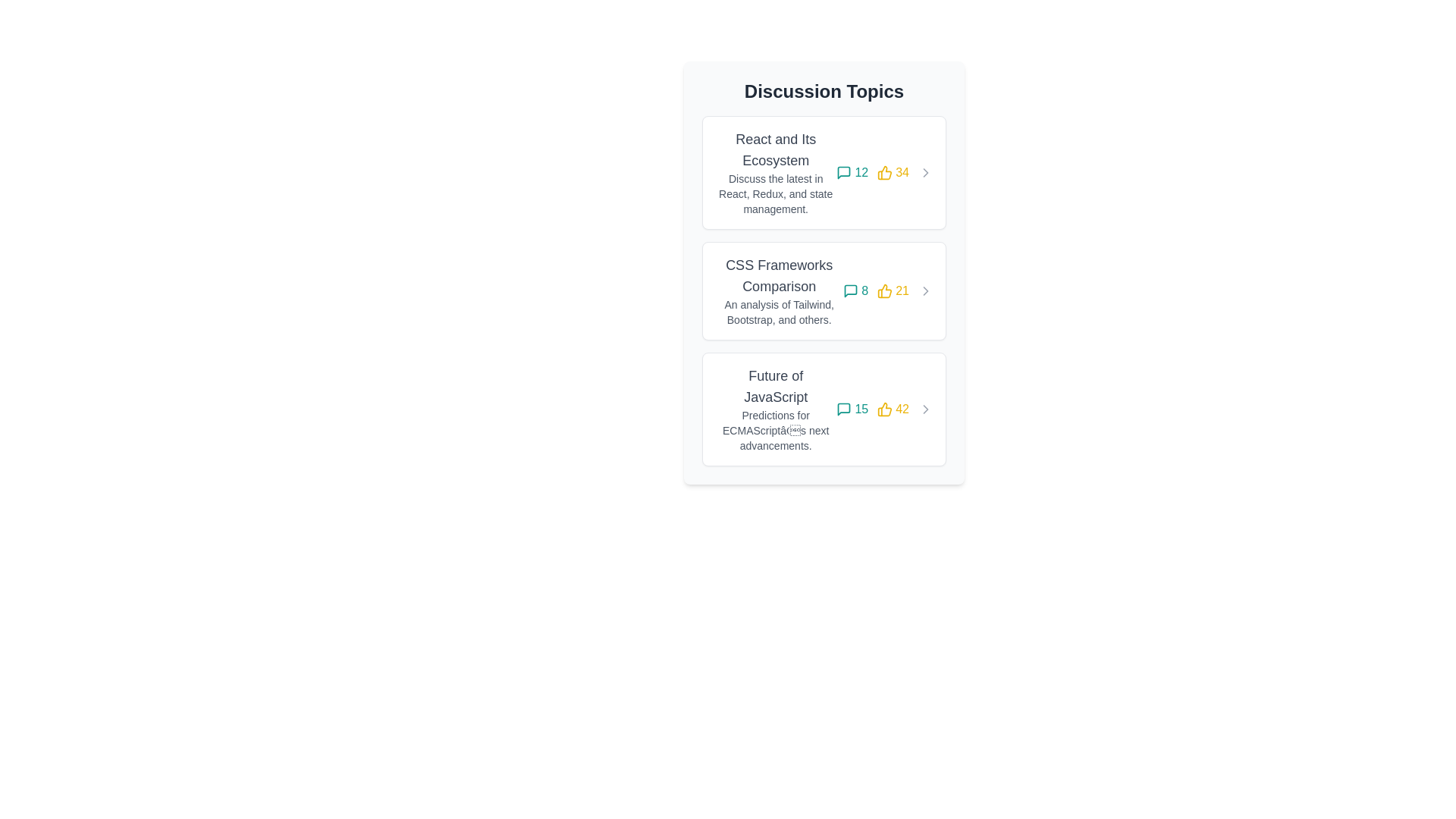 This screenshot has width=1456, height=819. What do you see at coordinates (902, 291) in the screenshot?
I see `text component displaying '21' in yellow, located next to the thumbs-up icon in the 'CSS Frameworks Comparison' card` at bounding box center [902, 291].